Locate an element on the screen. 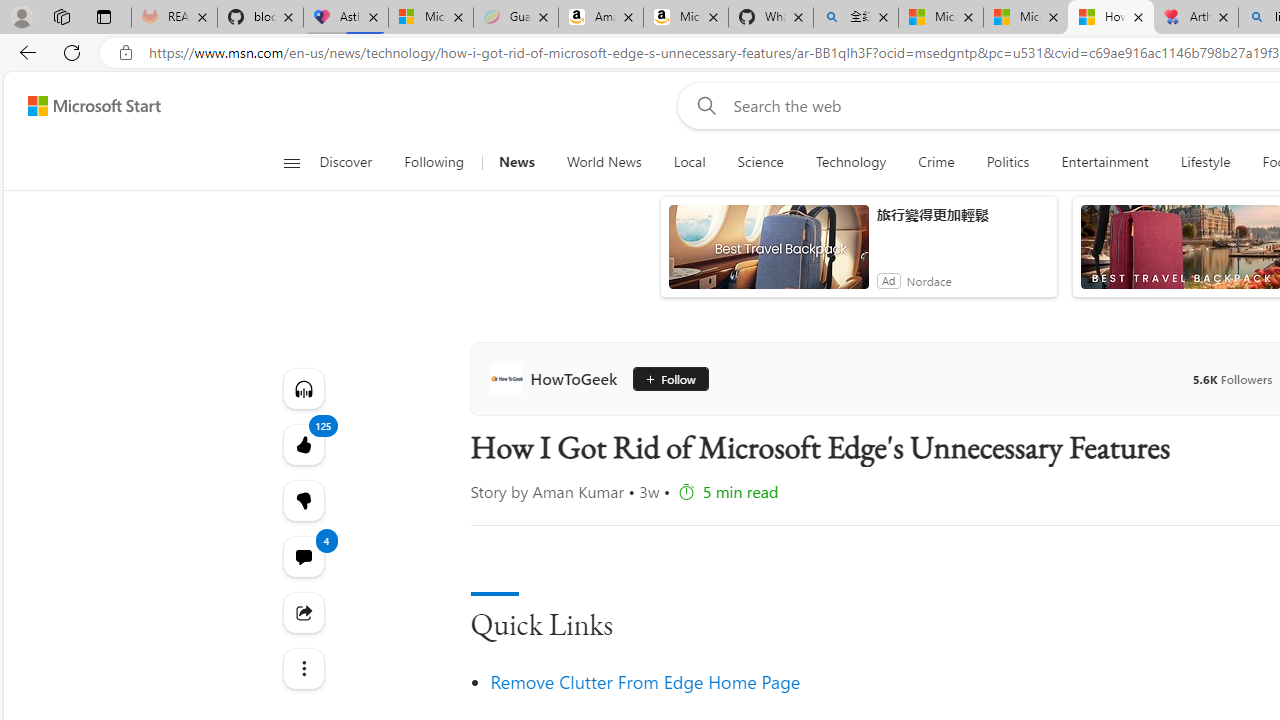 Image resolution: width=1280 pixels, height=720 pixels. 'Science' is located at coordinates (759, 162).